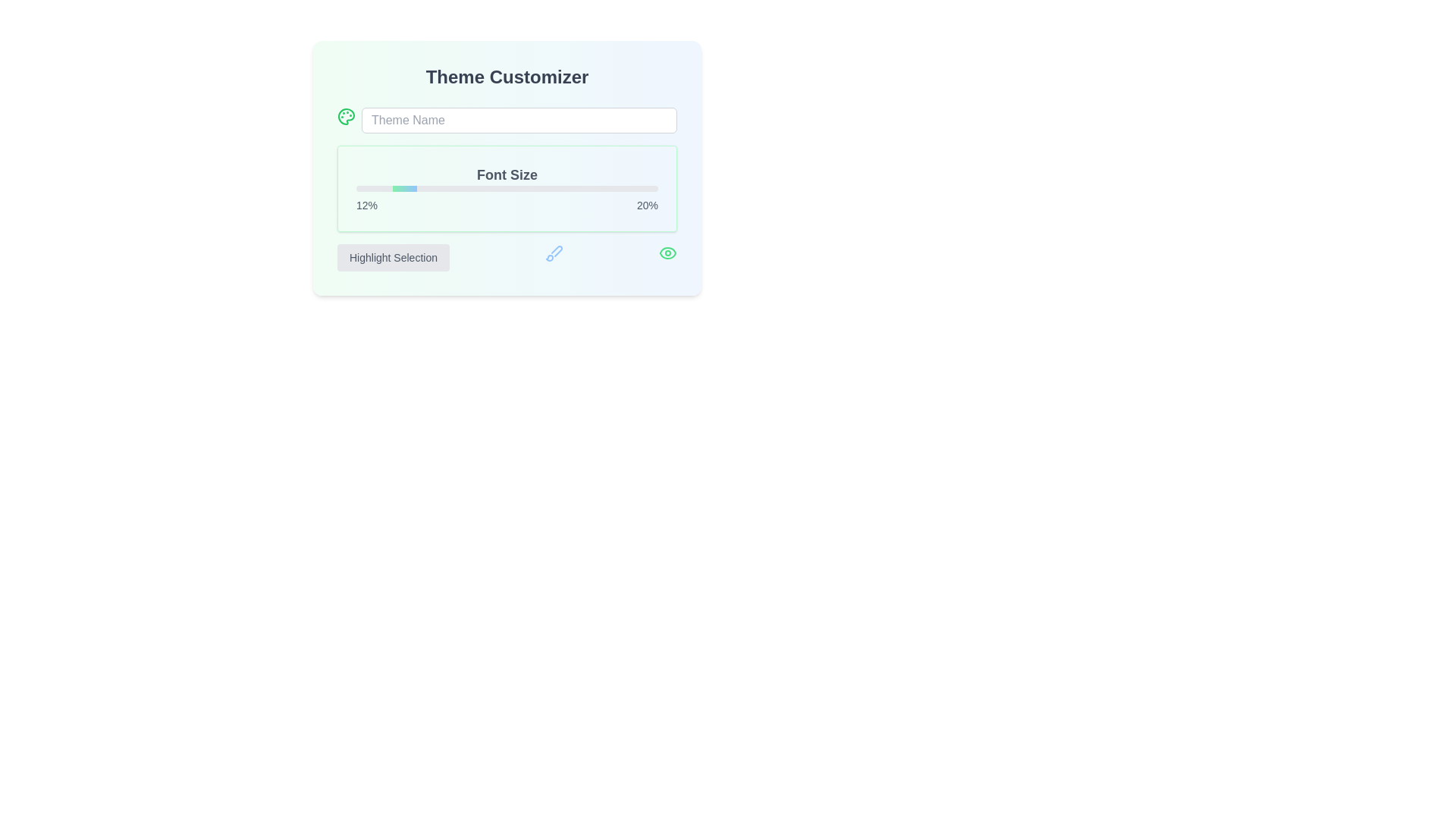 This screenshot has height=819, width=1456. I want to click on the font size, so click(528, 188).